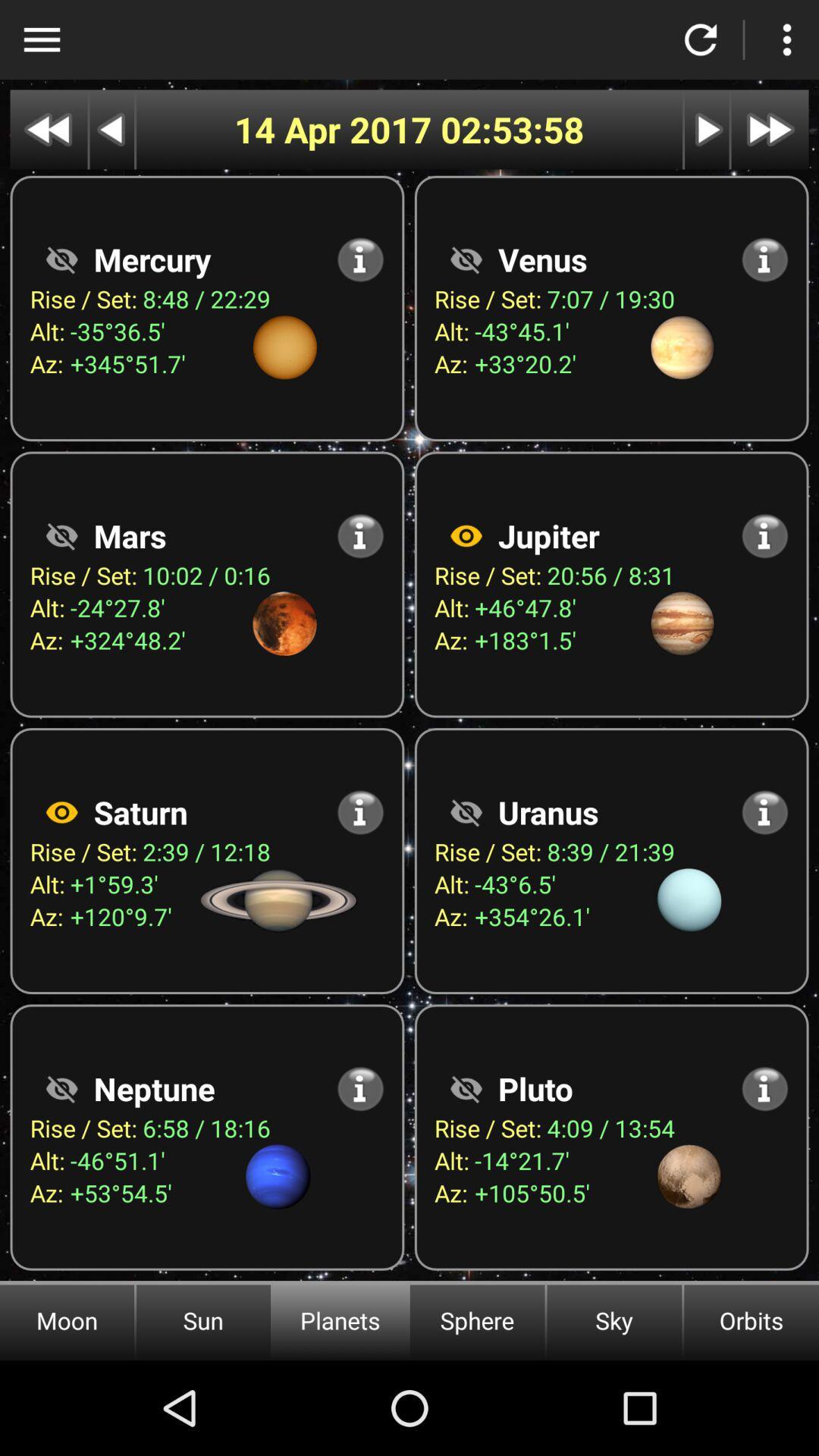  What do you see at coordinates (701, 39) in the screenshot?
I see `refresh page` at bounding box center [701, 39].